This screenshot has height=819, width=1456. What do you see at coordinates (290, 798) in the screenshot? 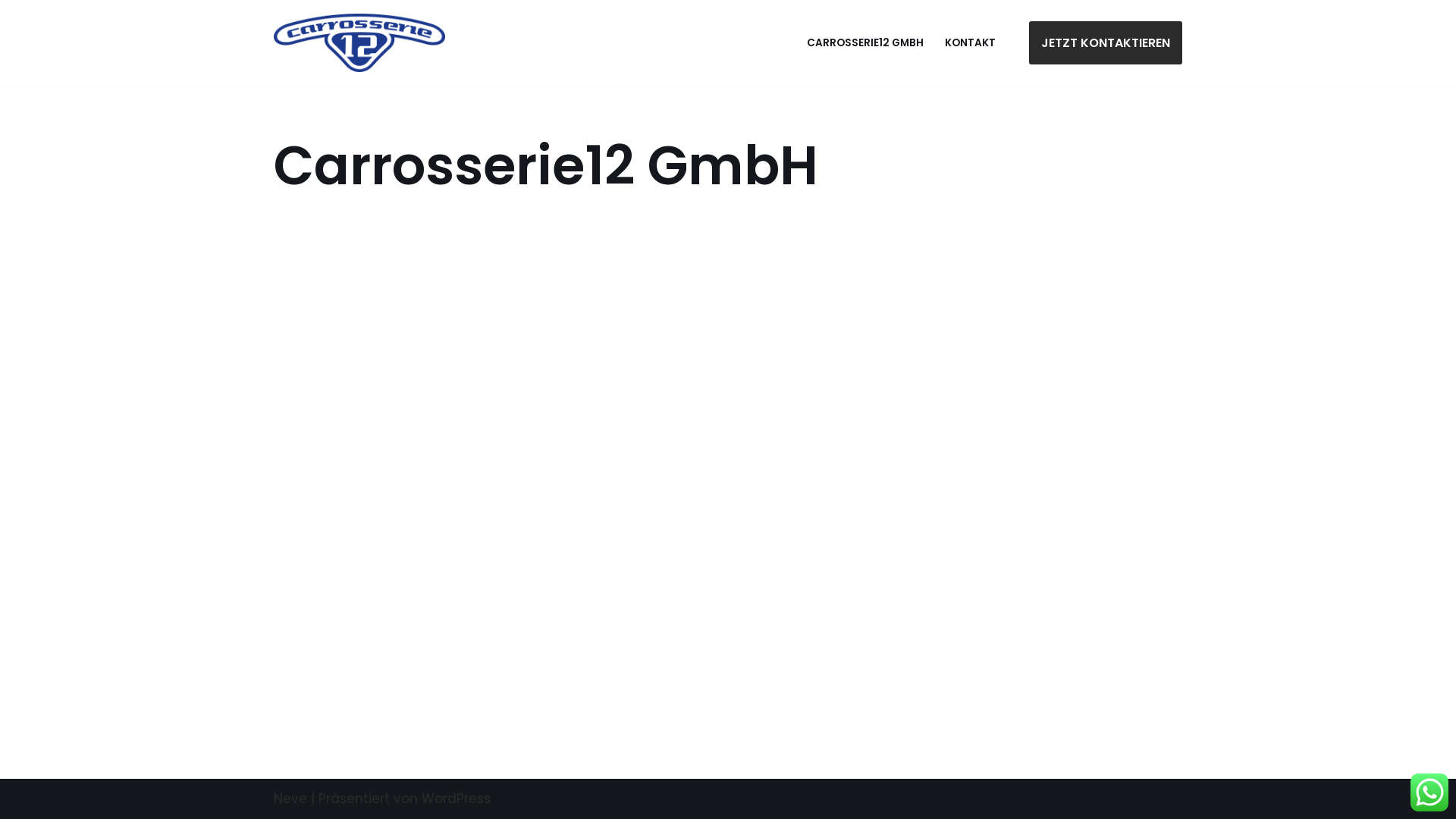
I see `'Neve'` at bounding box center [290, 798].